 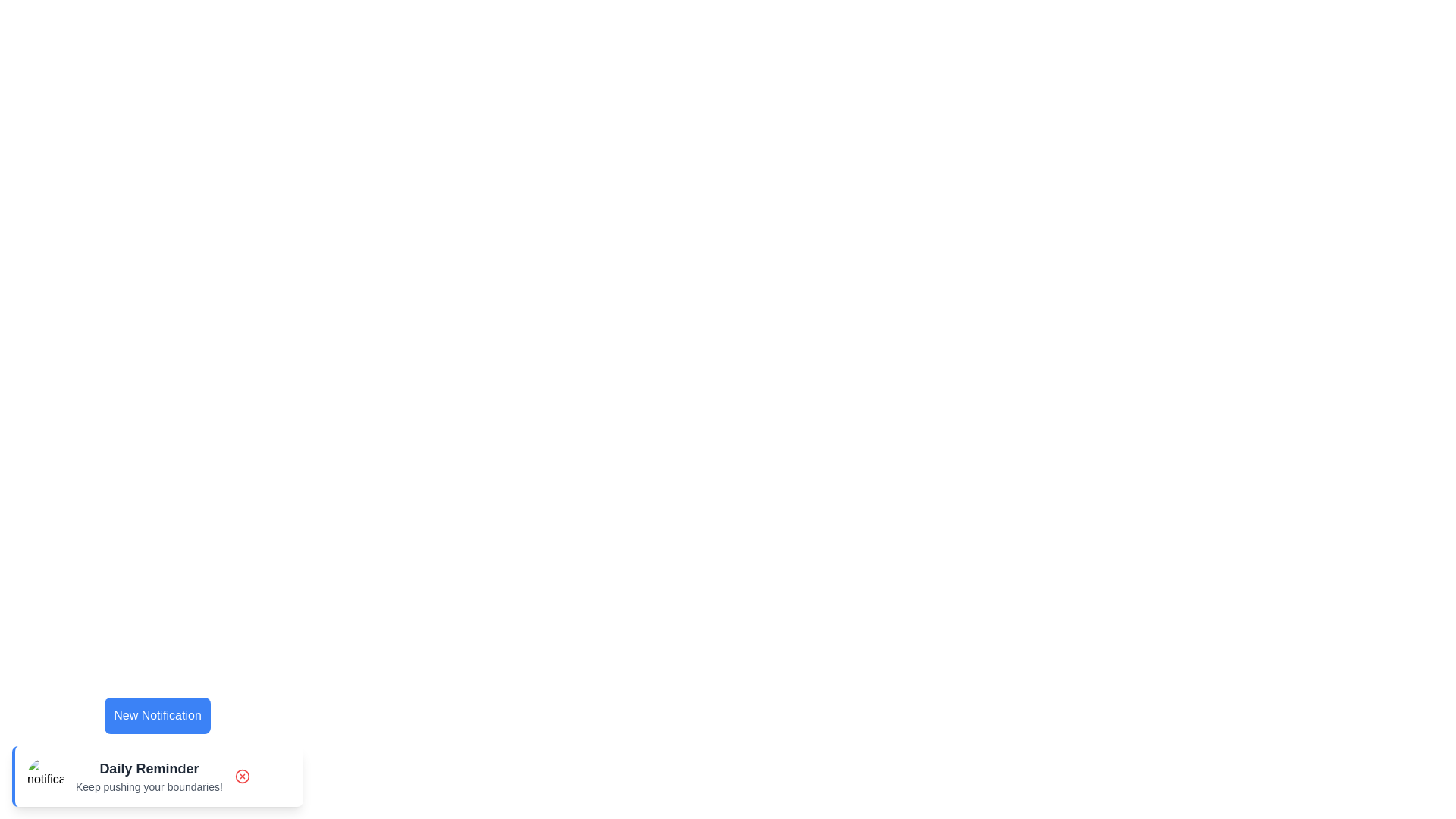 I want to click on the close button located next to the notification to dismiss it, so click(x=241, y=776).